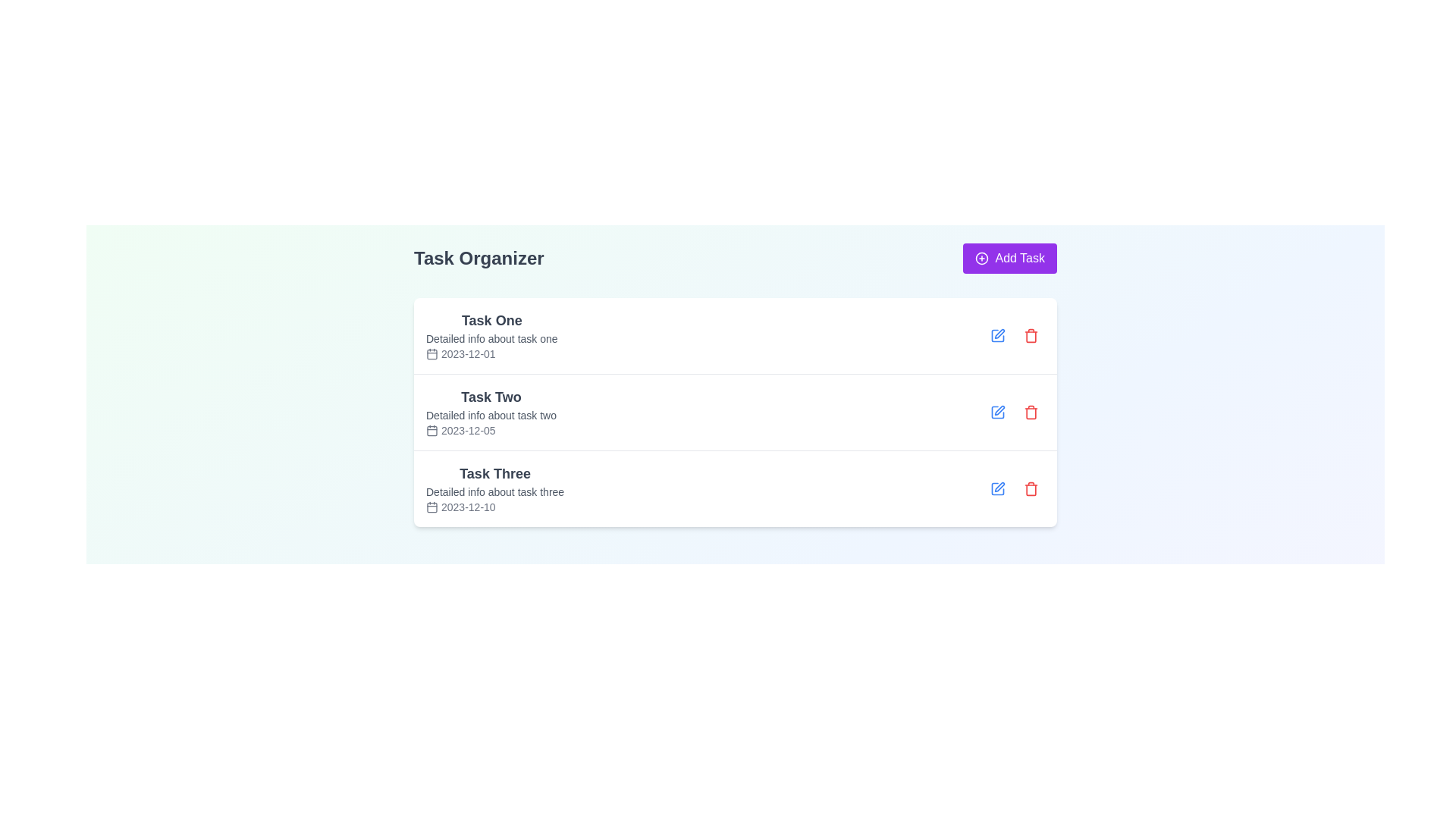 The width and height of the screenshot is (1456, 819). I want to click on the Date label displaying '2023-12-01' which is preceded by a minimalist gray calendar icon, located at the bottom of the first task card titled 'Task One', so click(491, 353).